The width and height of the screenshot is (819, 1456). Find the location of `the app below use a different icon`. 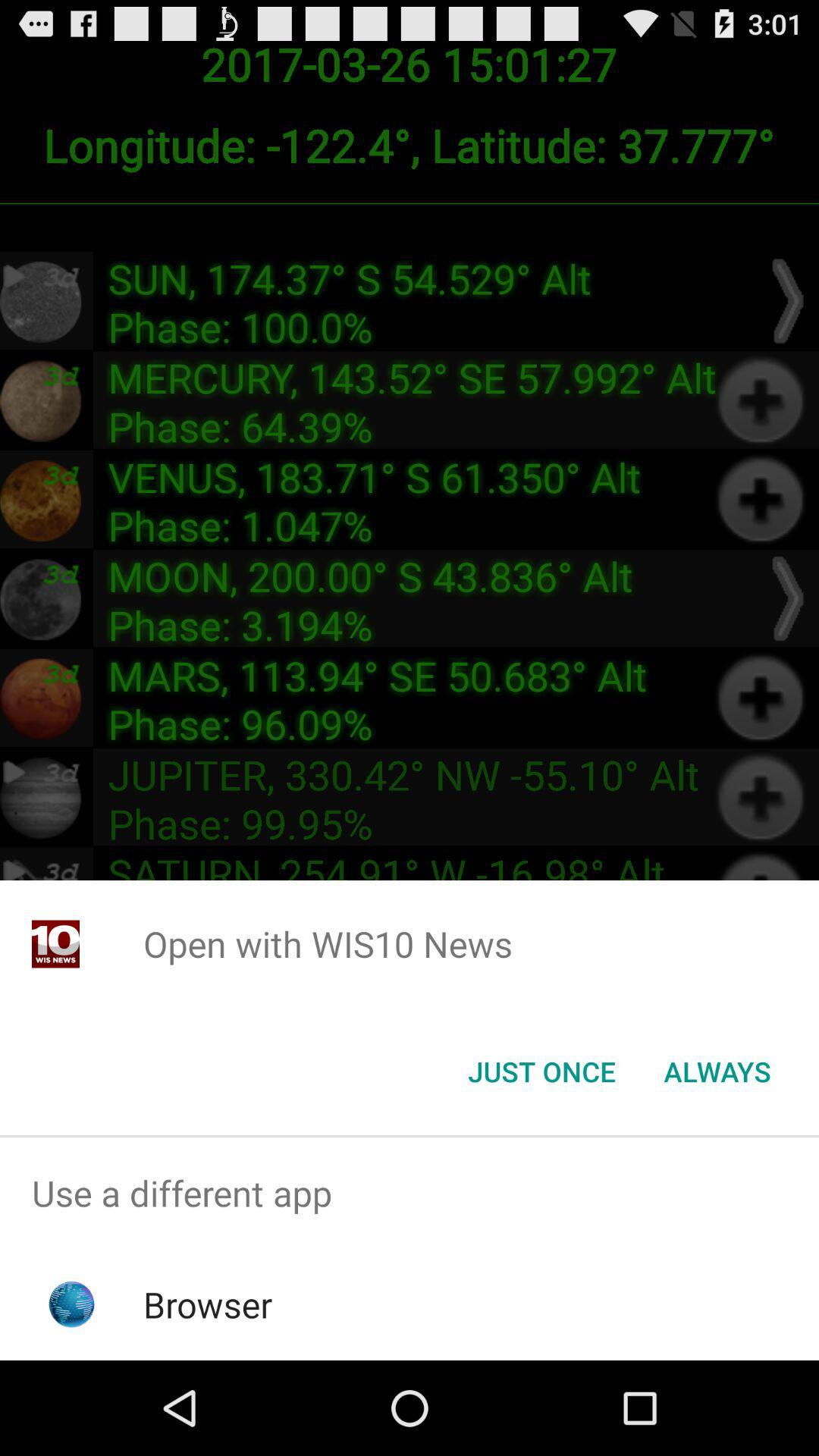

the app below use a different icon is located at coordinates (208, 1304).